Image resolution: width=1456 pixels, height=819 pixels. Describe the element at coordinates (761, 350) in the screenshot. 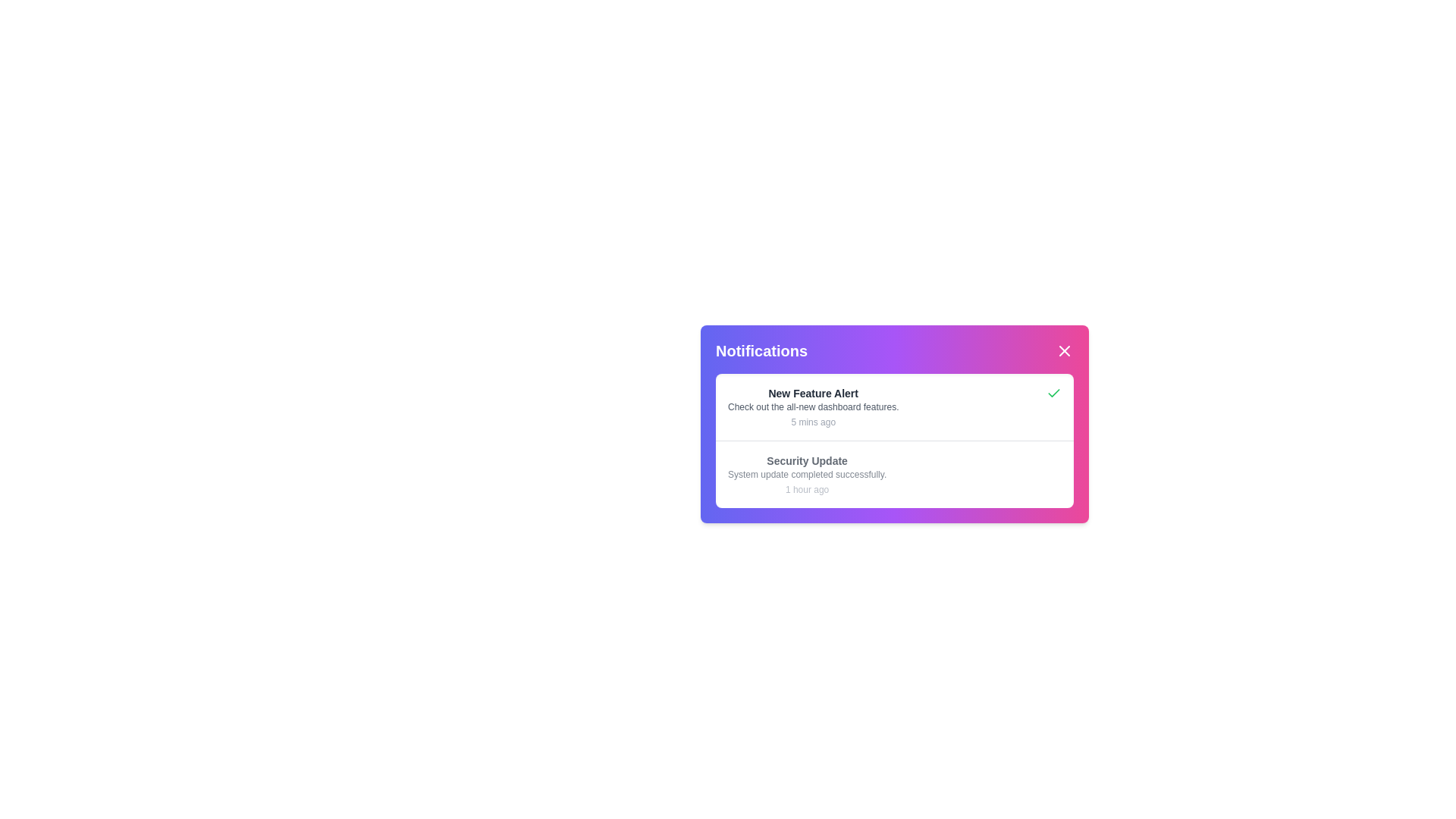

I see `the 'Notifications' text label, which is prominently displayed in bold and large font within the header bar of a notification card interface` at that location.